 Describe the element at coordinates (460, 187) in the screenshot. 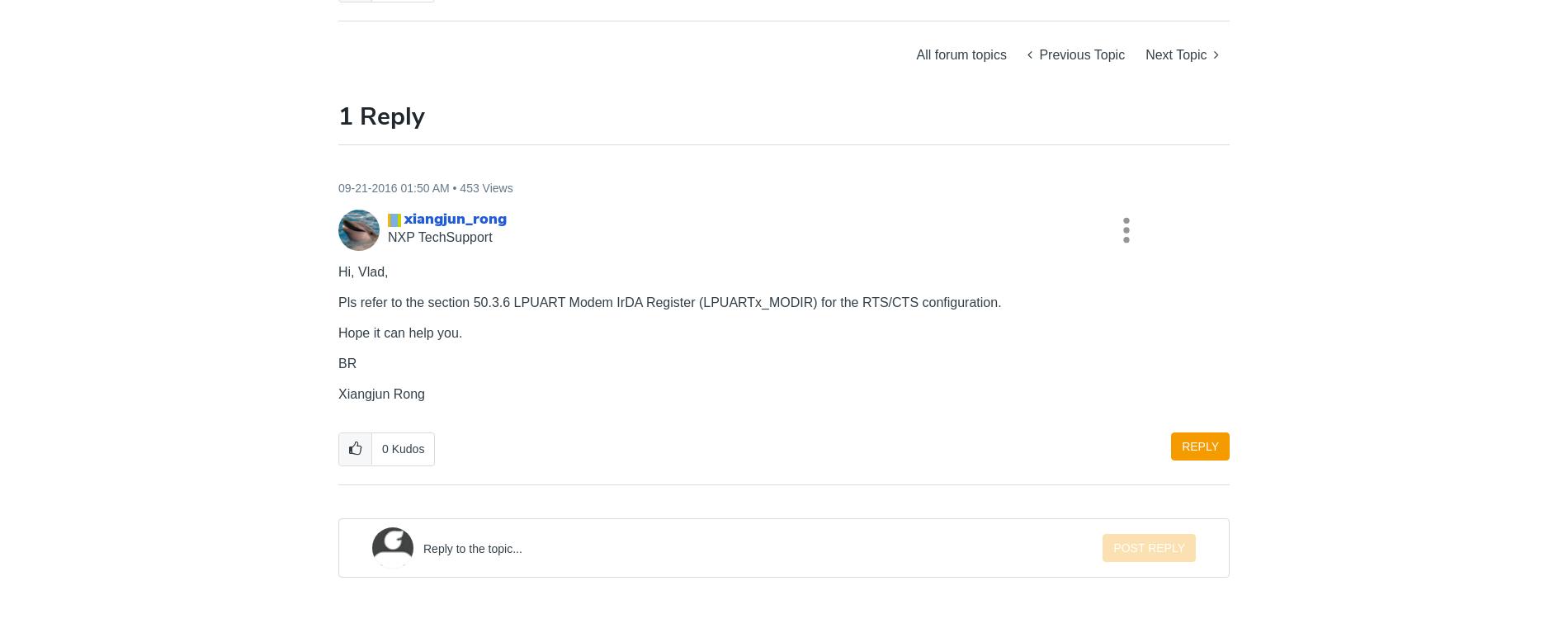

I see `'453 Views'` at that location.